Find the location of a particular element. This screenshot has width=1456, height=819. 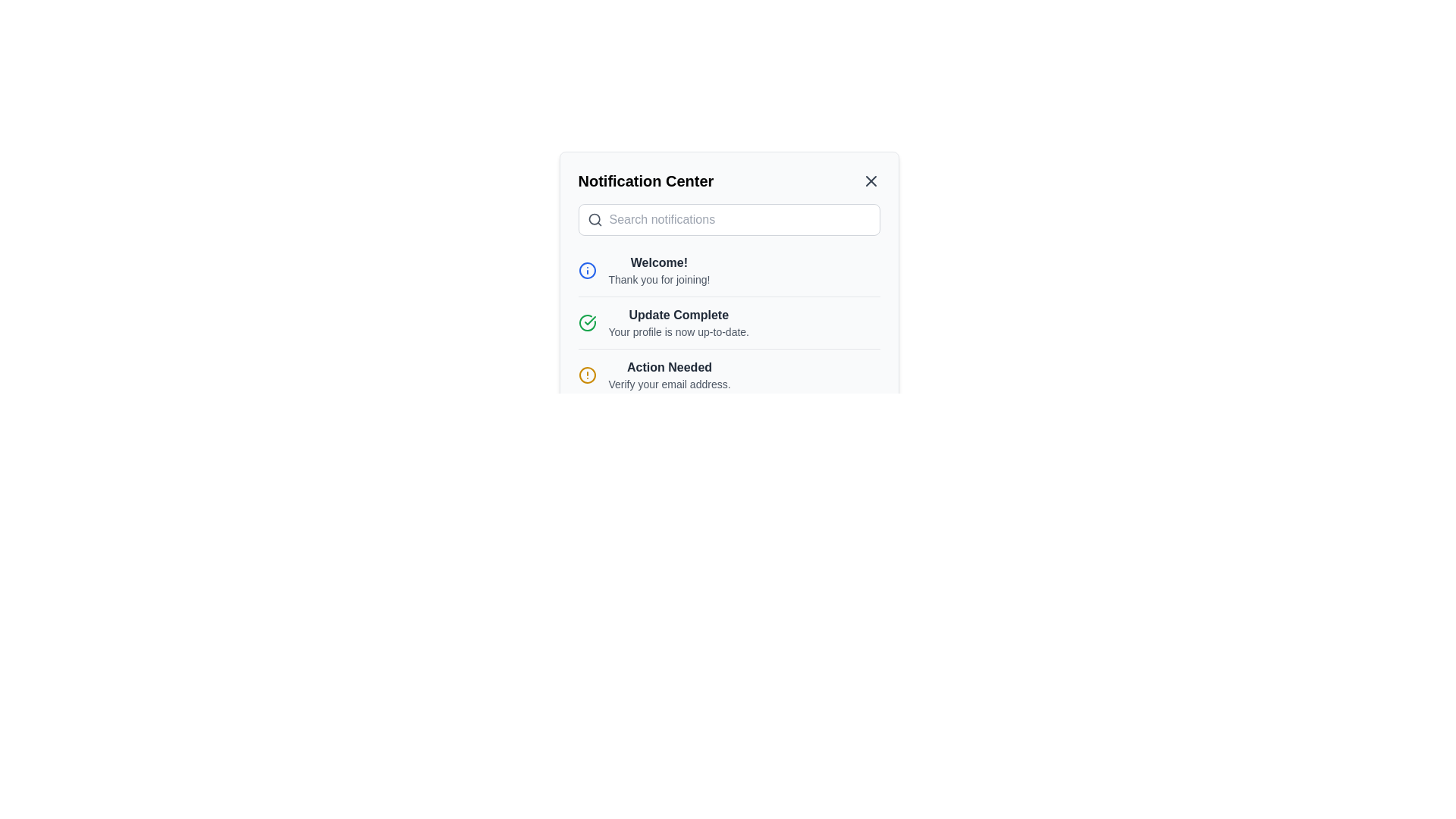

the green success icon with a checkmark, located to the left of the 'Update Complete' text in the second notification of the 'Notification Center' panel is located at coordinates (586, 322).